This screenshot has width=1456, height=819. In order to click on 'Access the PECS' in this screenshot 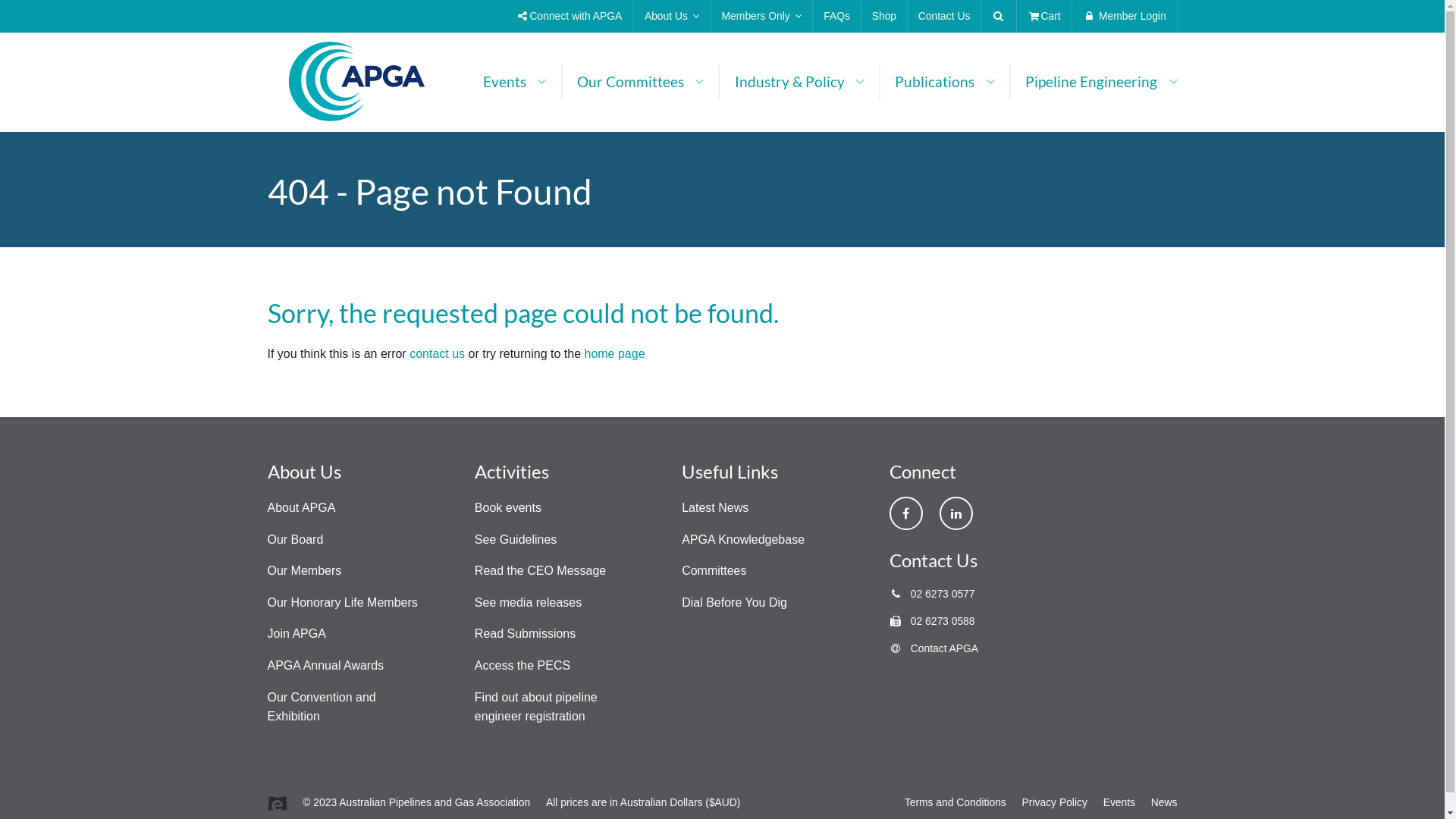, I will do `click(522, 664)`.